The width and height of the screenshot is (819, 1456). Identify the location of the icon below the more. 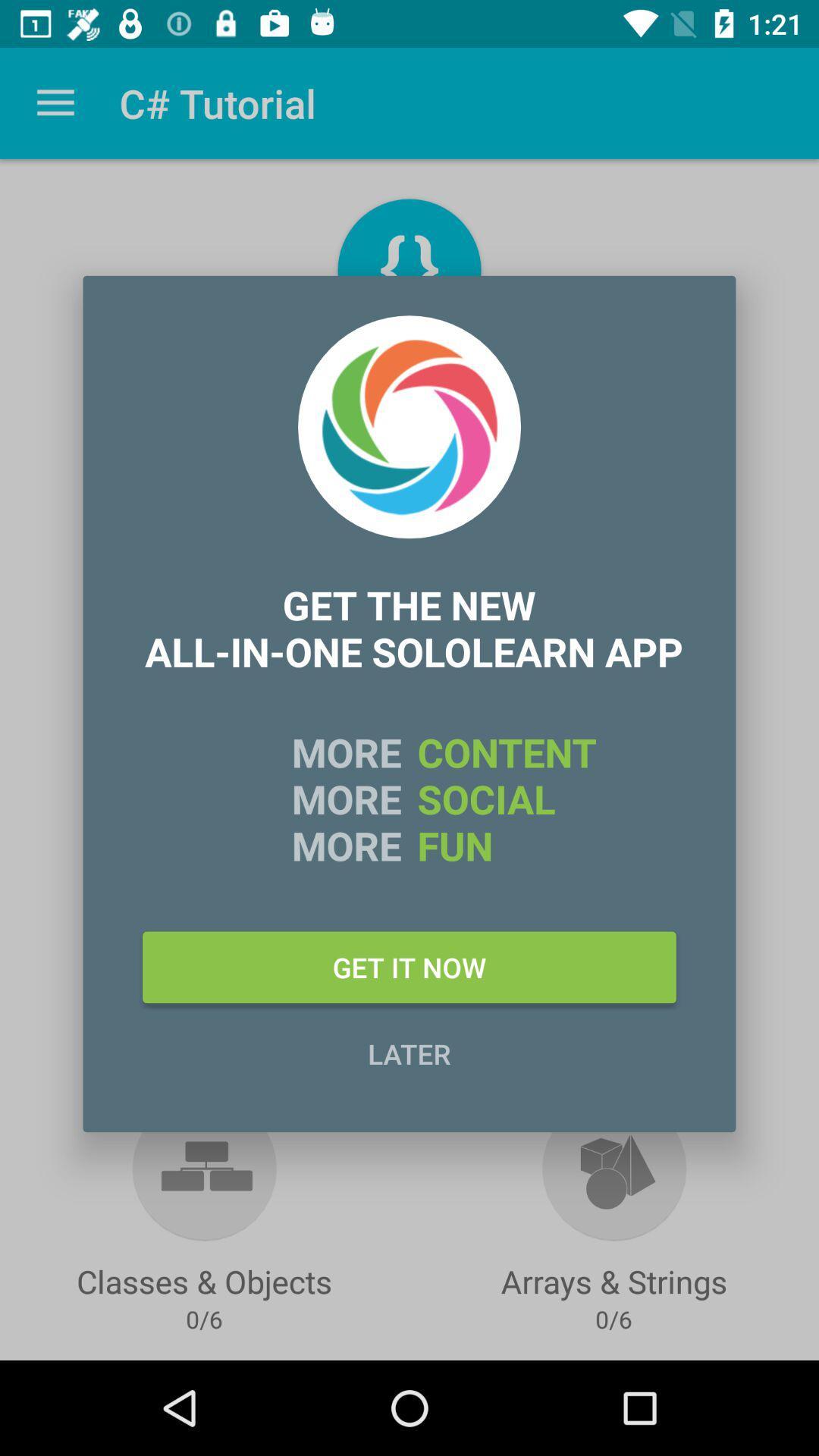
(409, 966).